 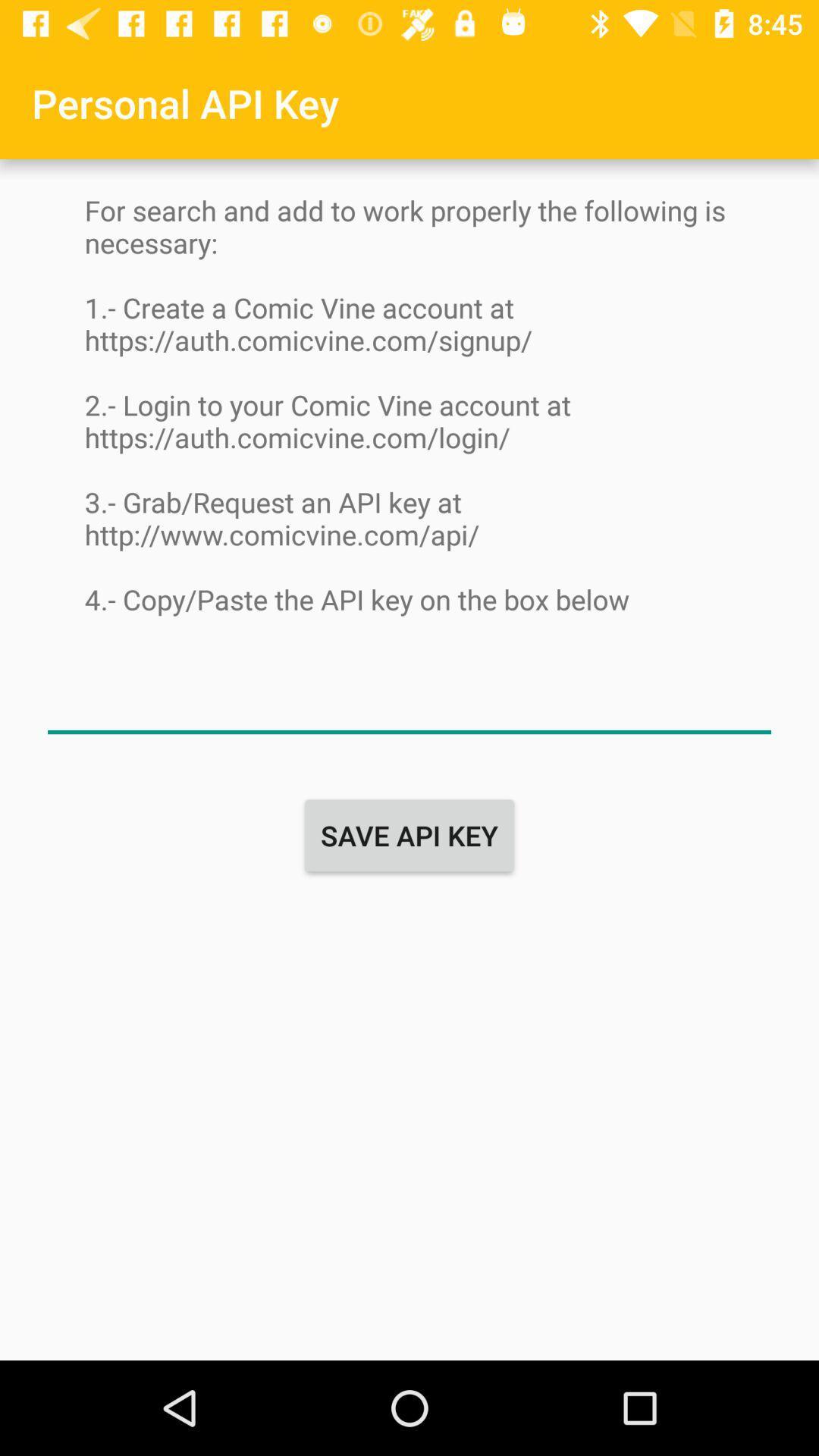 What do you see at coordinates (409, 701) in the screenshot?
I see `api key` at bounding box center [409, 701].